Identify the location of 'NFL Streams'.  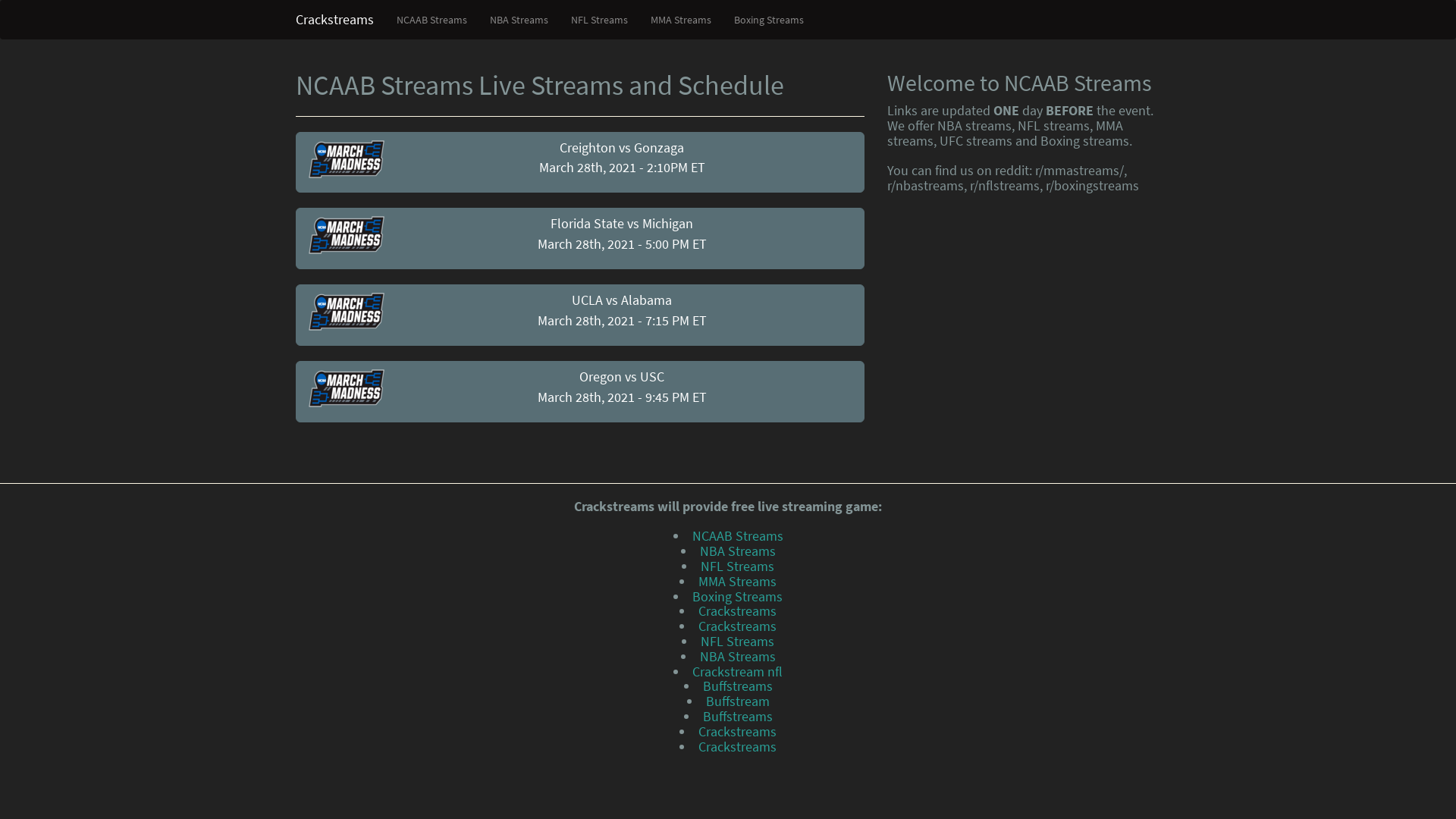
(737, 641).